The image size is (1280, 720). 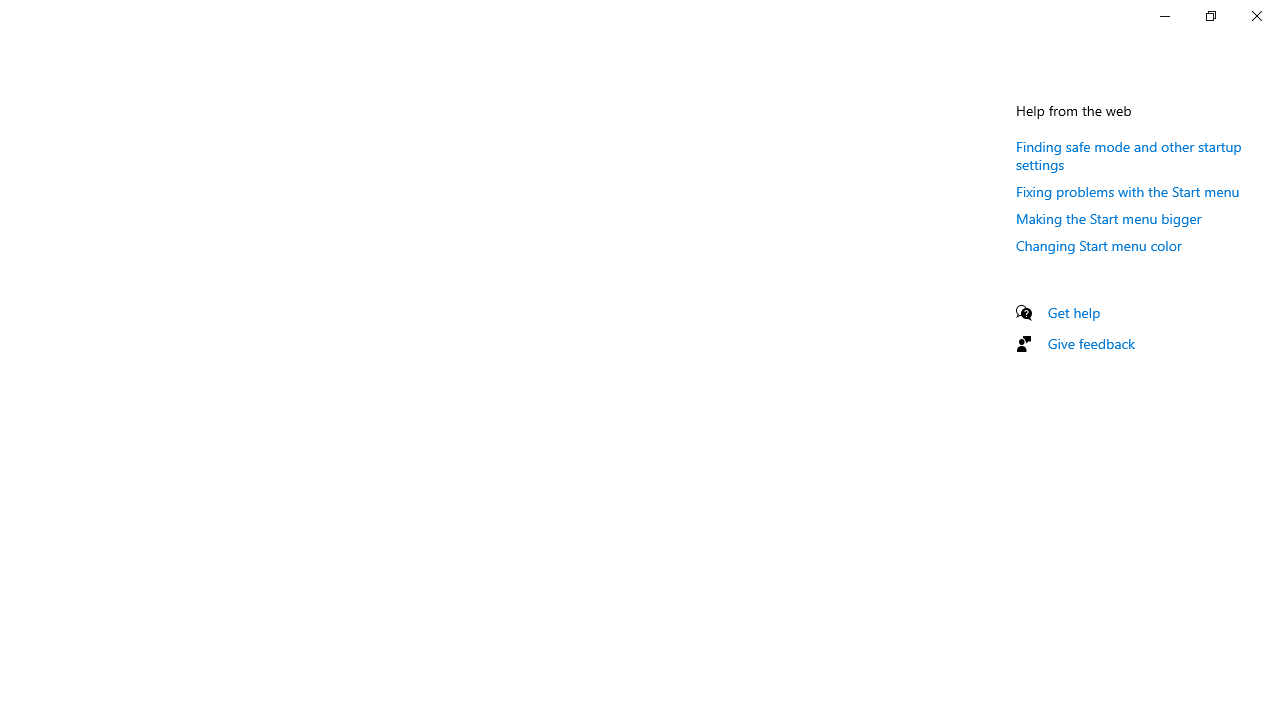 What do you see at coordinates (1097, 244) in the screenshot?
I see `'Changing Start menu color'` at bounding box center [1097, 244].